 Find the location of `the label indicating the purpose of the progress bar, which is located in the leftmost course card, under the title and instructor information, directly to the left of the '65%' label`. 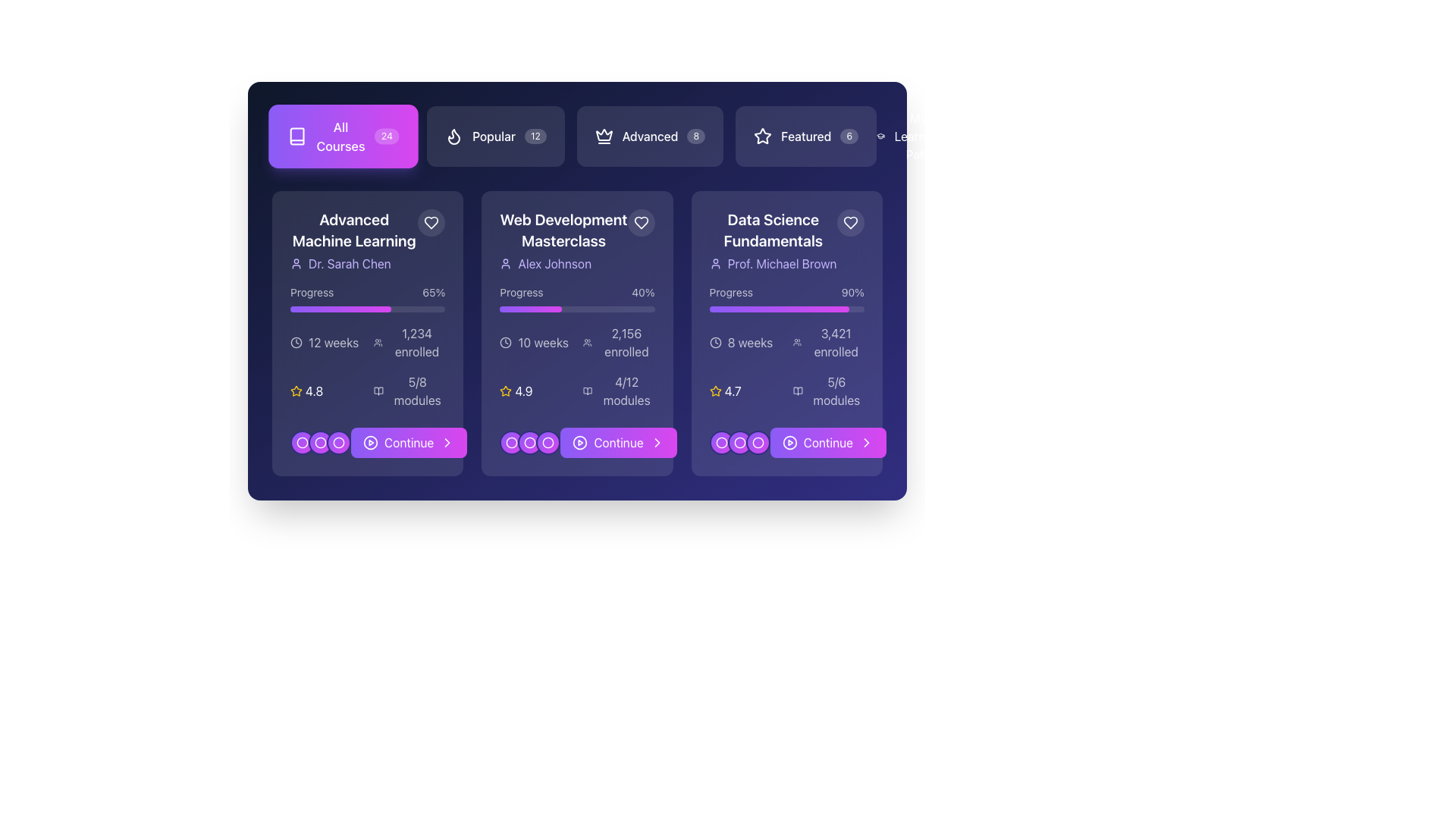

the label indicating the purpose of the progress bar, which is located in the leftmost course card, under the title and instructor information, directly to the left of the '65%' label is located at coordinates (311, 292).